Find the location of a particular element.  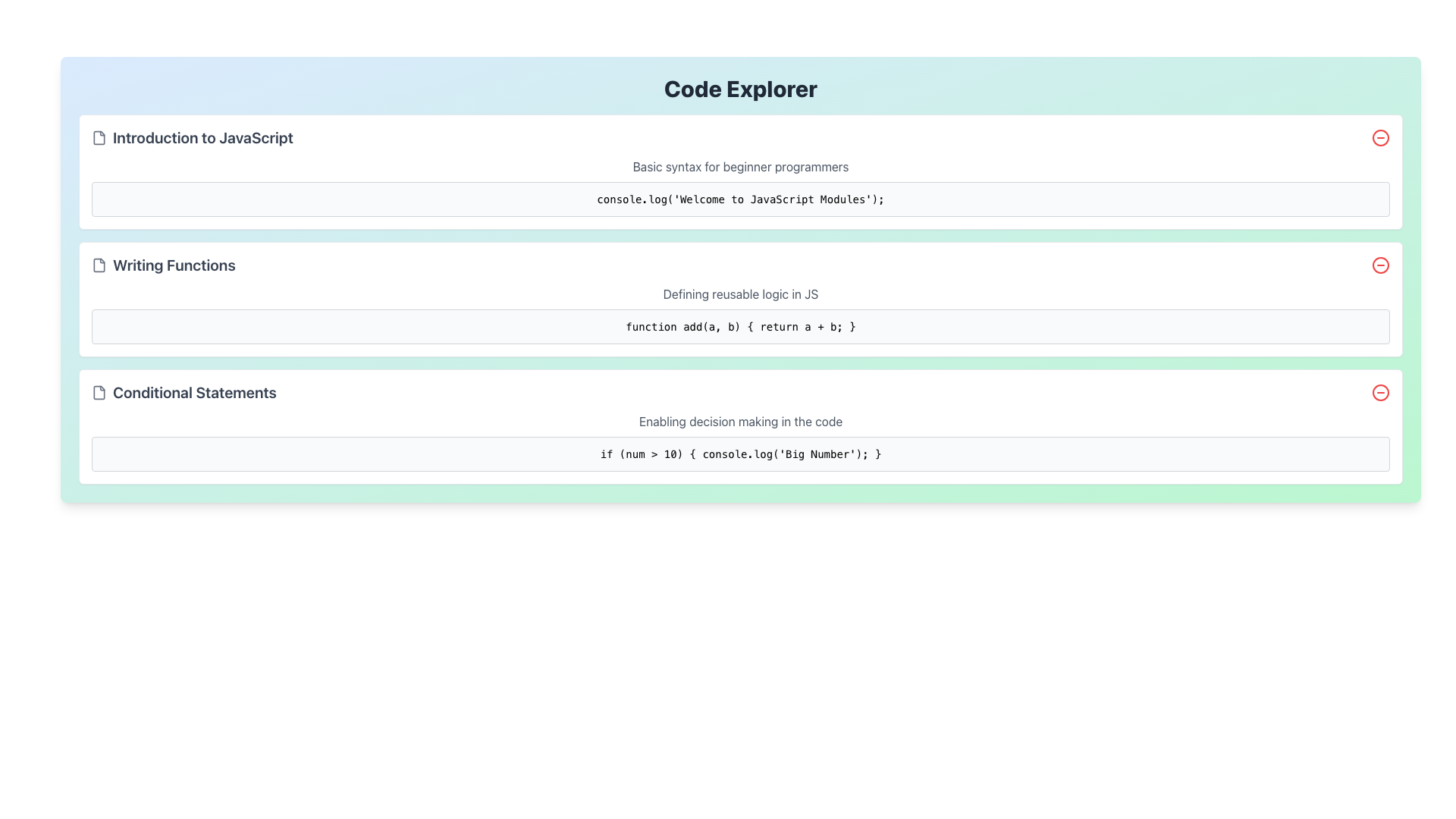

the code block containing the text 'if (num > 10) { console.log('Big Number'); }' which is styled with a light gray background and located under 'Enabling decision making in the code' is located at coordinates (741, 453).